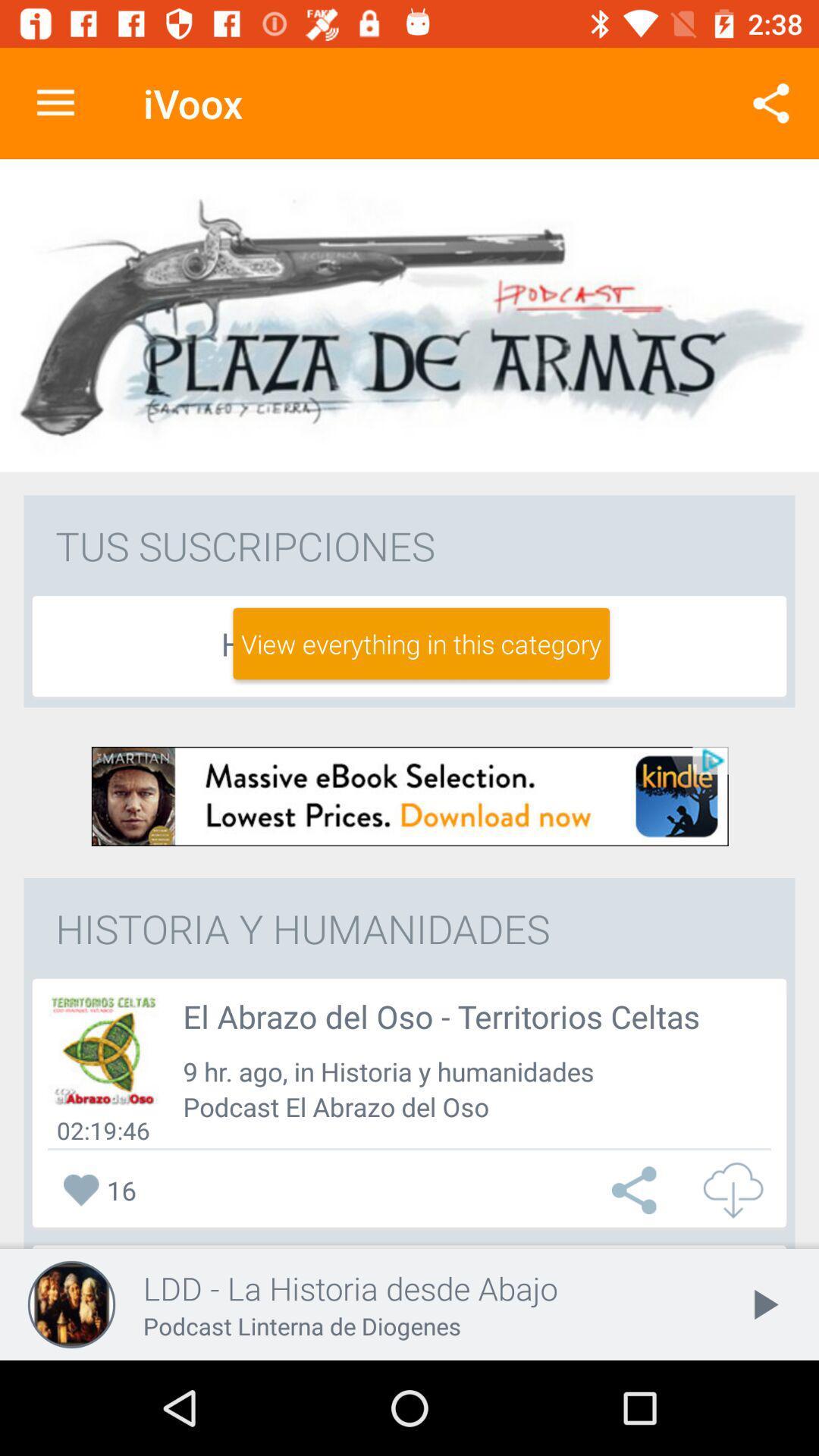 The height and width of the screenshot is (1456, 819). I want to click on hear podcast, so click(102, 1050).